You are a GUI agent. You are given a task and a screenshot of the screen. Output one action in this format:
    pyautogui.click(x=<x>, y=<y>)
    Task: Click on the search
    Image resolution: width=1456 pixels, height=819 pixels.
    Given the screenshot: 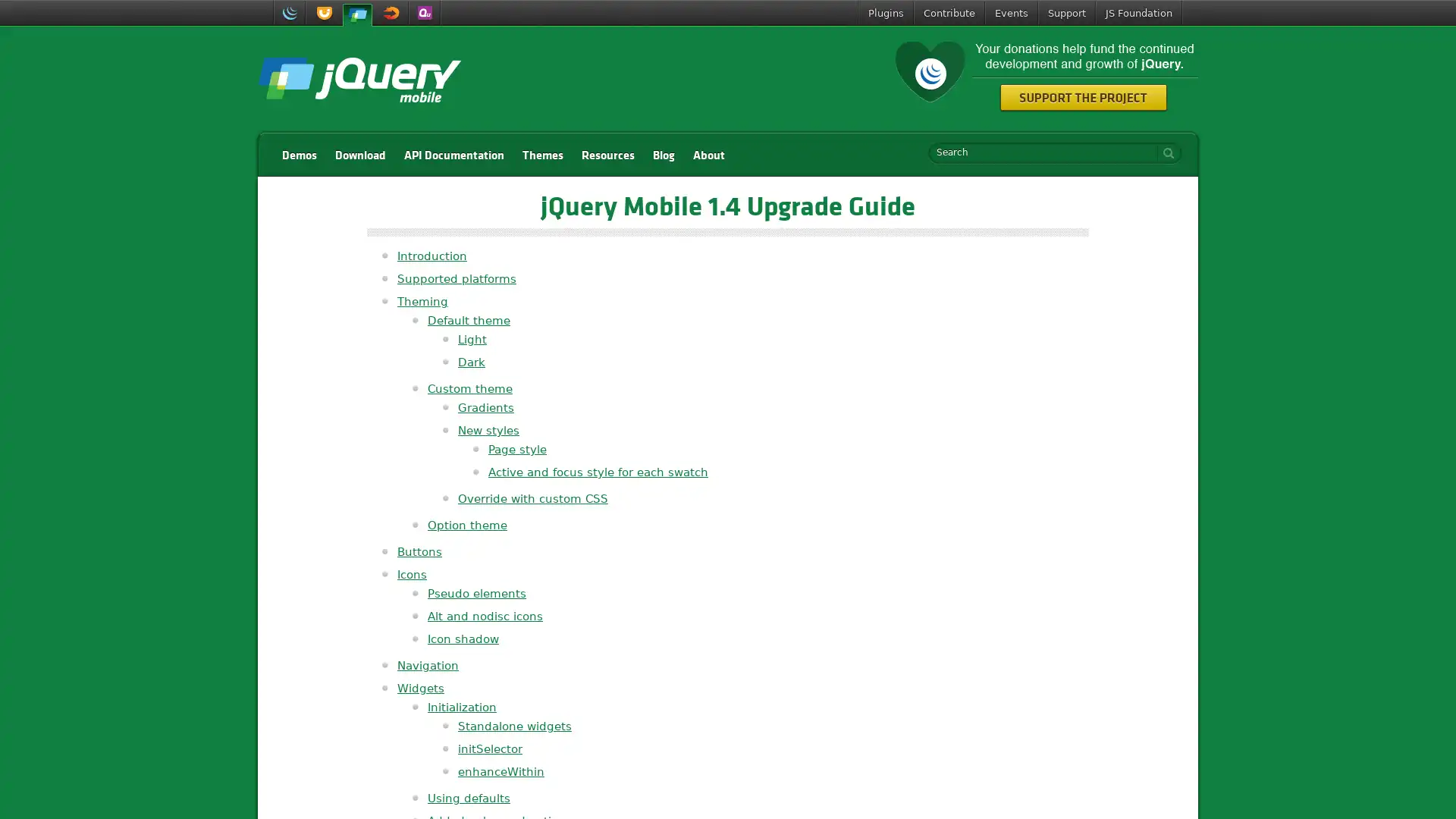 What is the action you would take?
    pyautogui.click(x=1164, y=152)
    